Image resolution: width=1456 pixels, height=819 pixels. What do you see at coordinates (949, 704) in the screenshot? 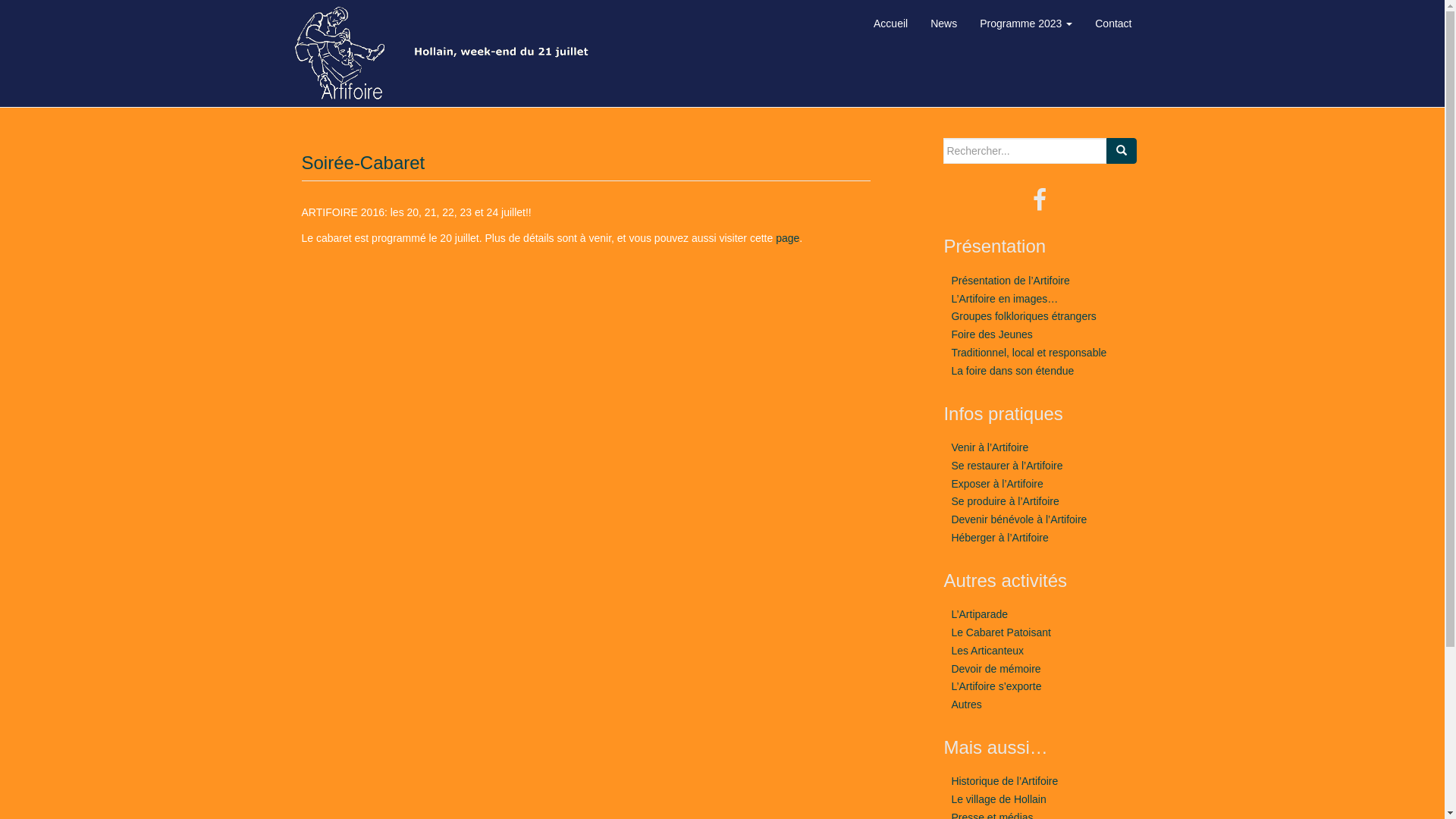
I see `'Autres'` at bounding box center [949, 704].